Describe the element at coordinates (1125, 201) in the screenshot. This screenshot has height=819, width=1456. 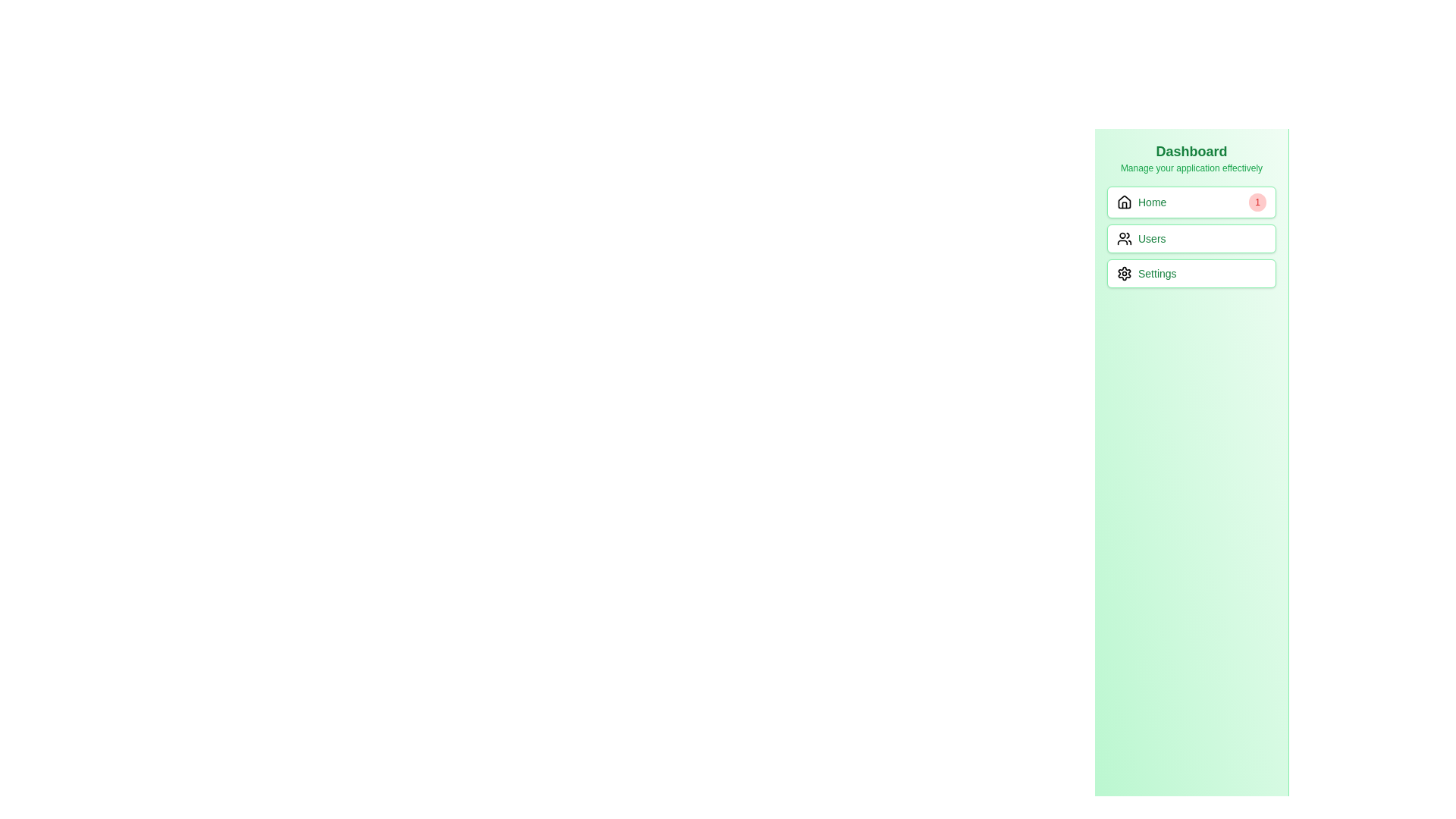
I see `the 'Home' navigation icon located in the vertical navigation menu by clicking on it` at that location.